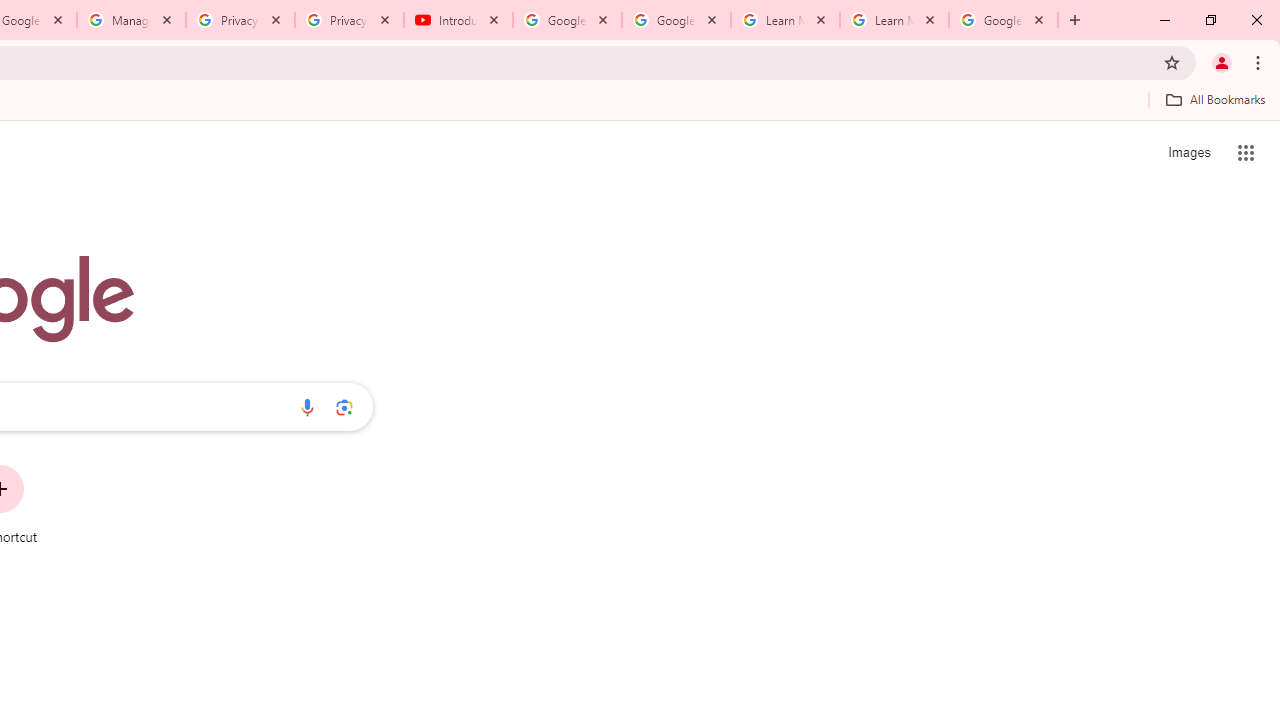 This screenshot has height=720, width=1280. Describe the element at coordinates (1245, 152) in the screenshot. I see `'Google apps'` at that location.